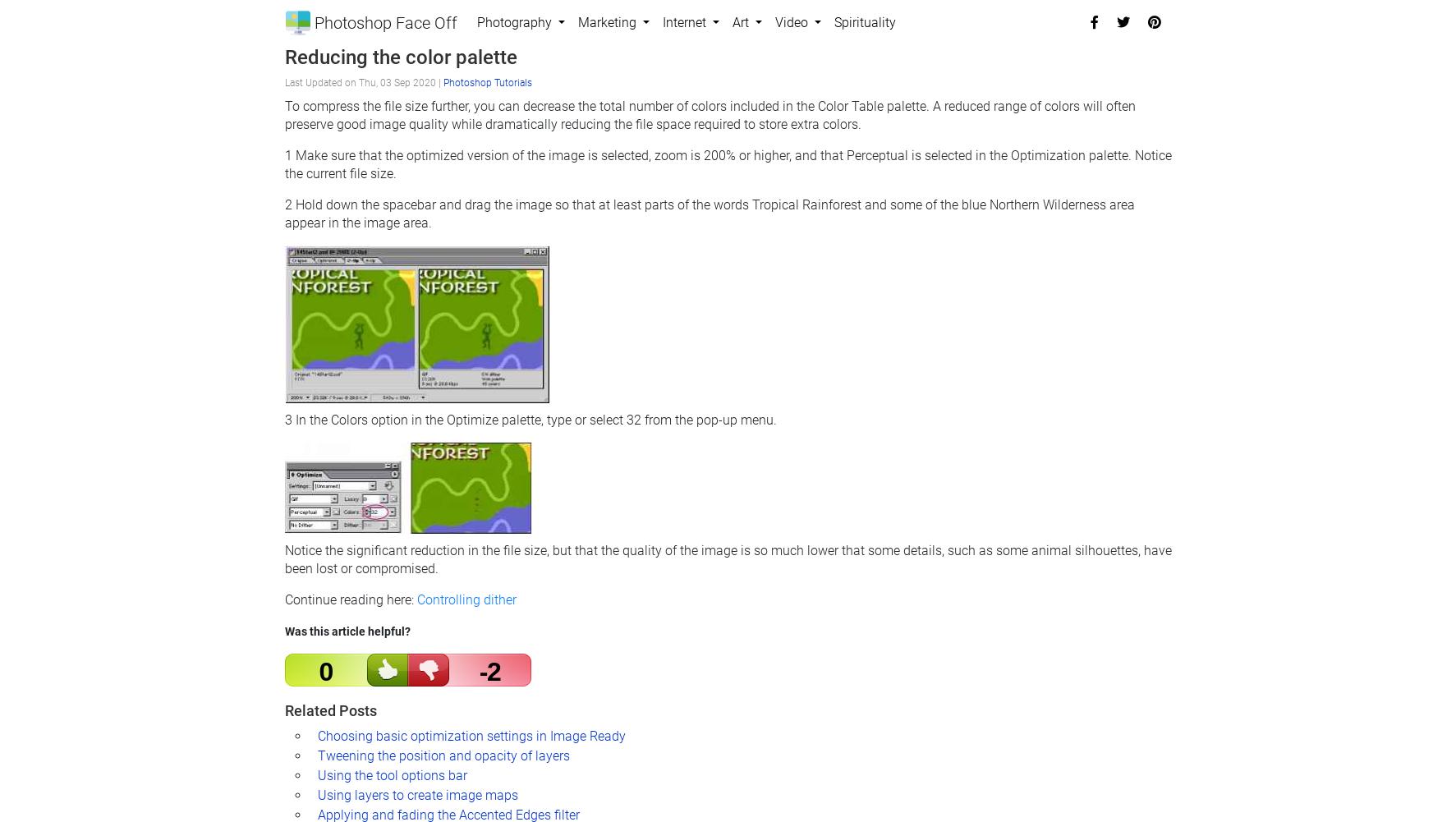 This screenshot has height=822, width=1456. Describe the element at coordinates (439, 80) in the screenshot. I see `'|'` at that location.